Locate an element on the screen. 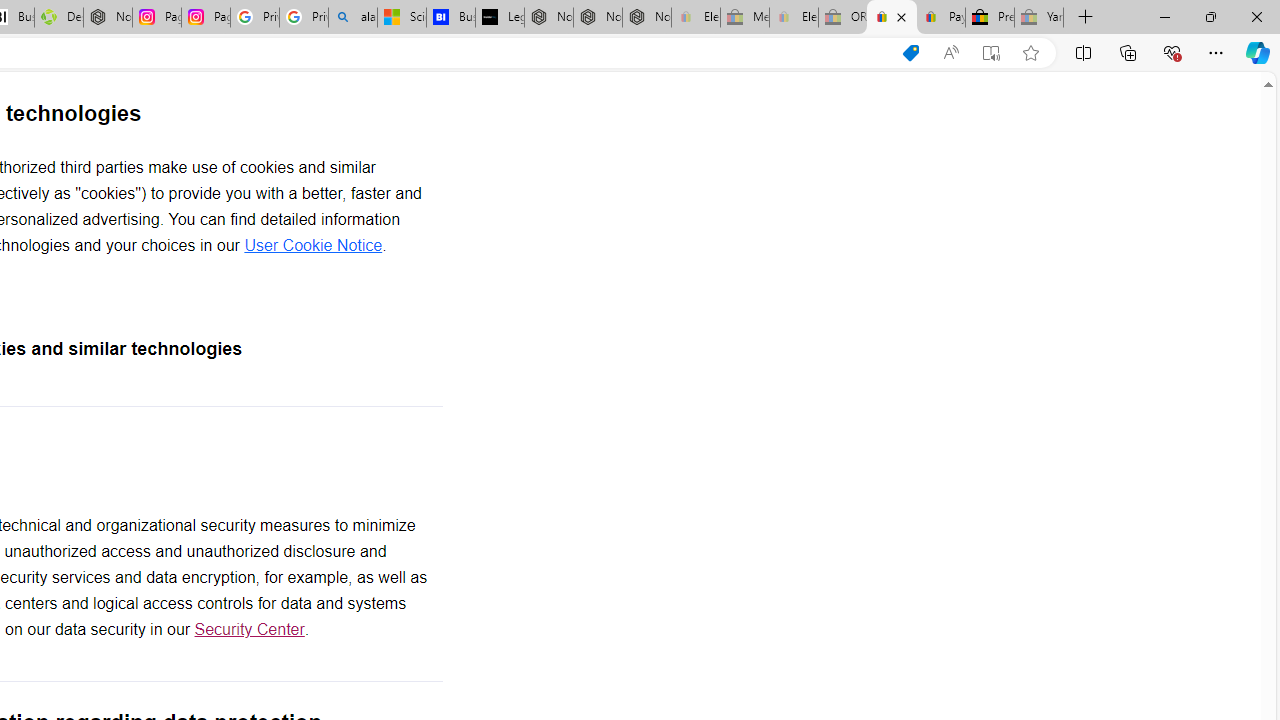  'Press Room - eBay Inc.' is located at coordinates (990, 17).